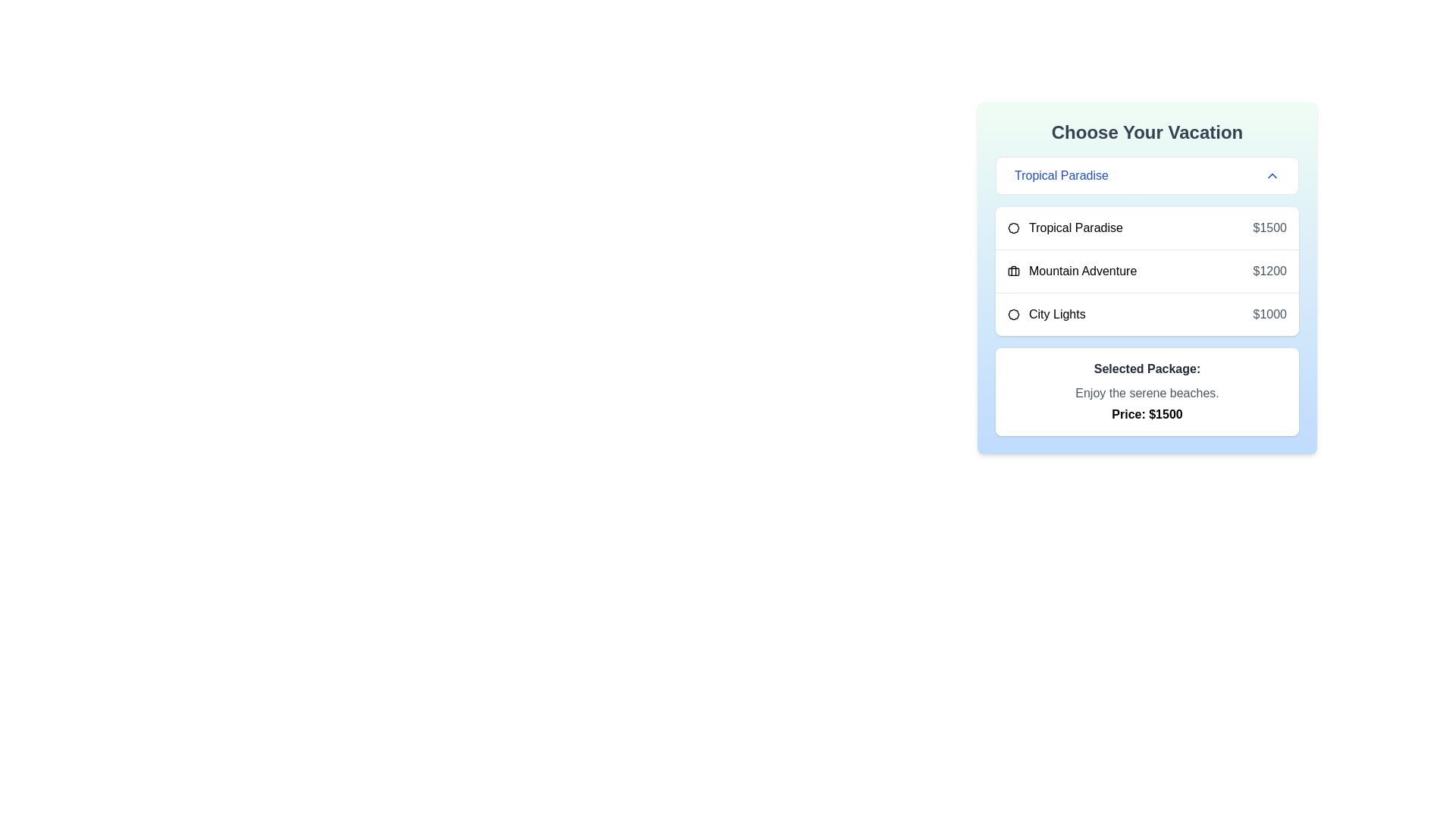 The image size is (1456, 819). Describe the element at coordinates (1147, 312) in the screenshot. I see `the radio button of the 'City Lights' vacation package, which is the third item in the selectable list of vacation packages` at that location.